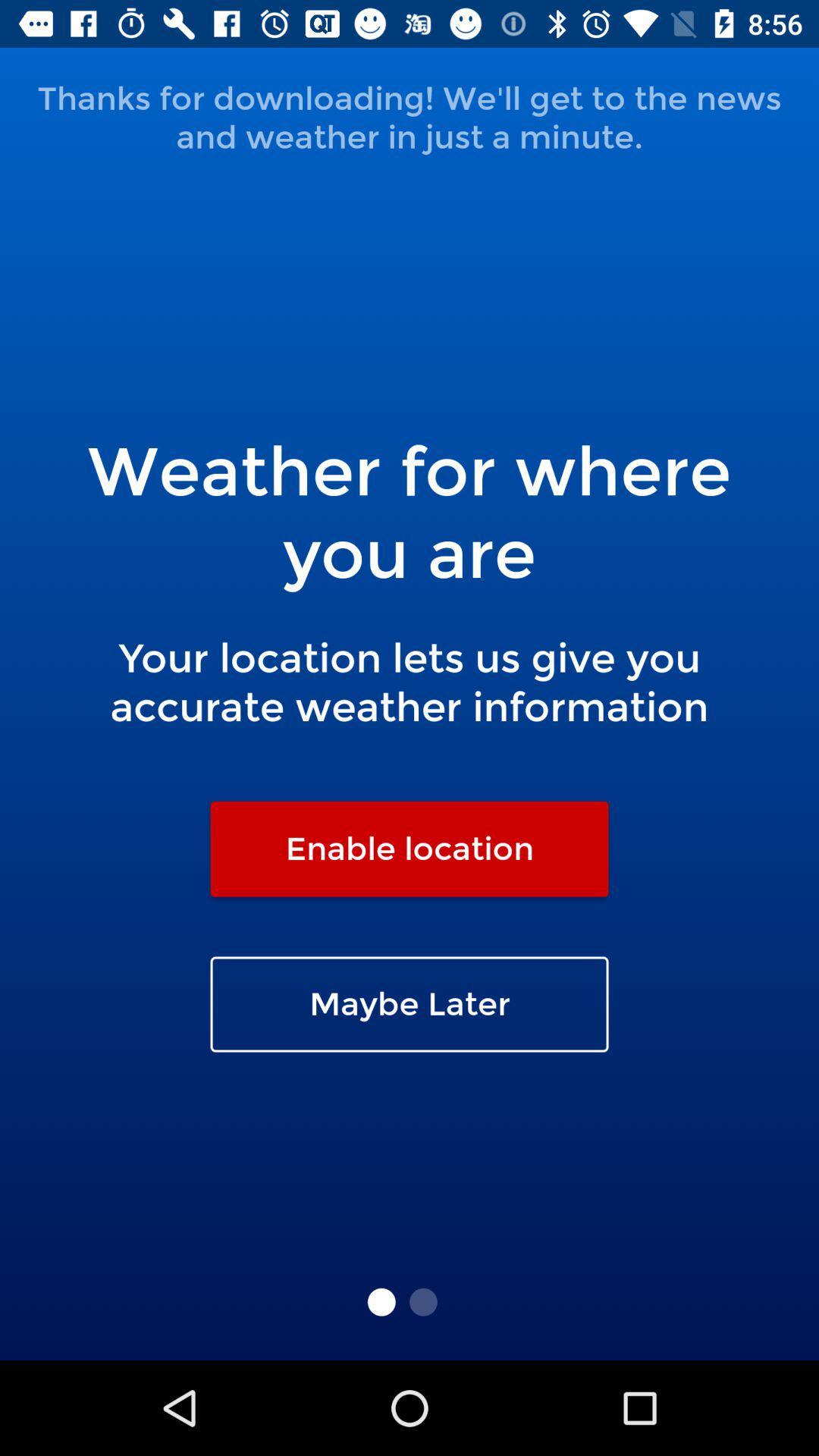  Describe the element at coordinates (409, 1004) in the screenshot. I see `icon below the enable location icon` at that location.